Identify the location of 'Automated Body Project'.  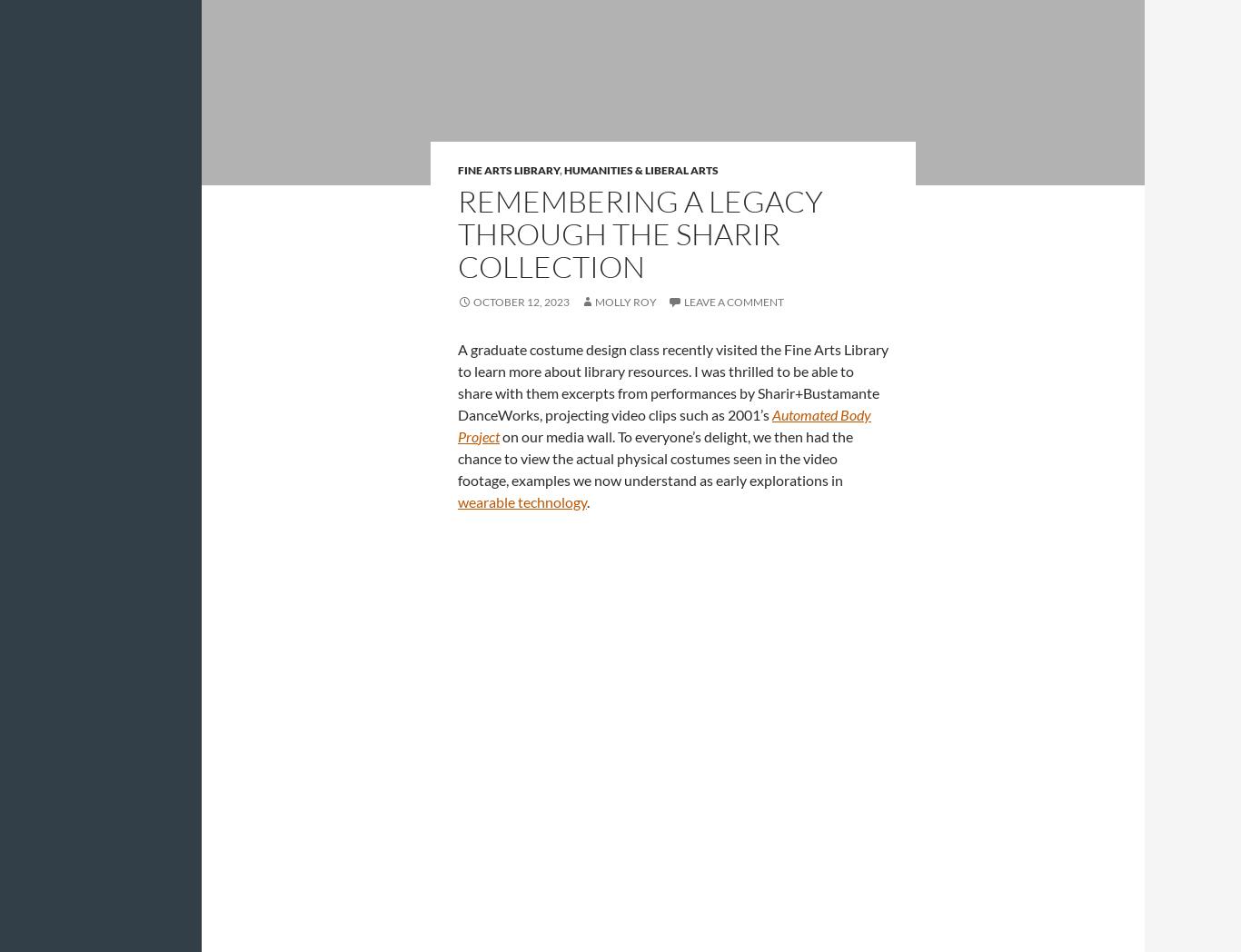
(664, 423).